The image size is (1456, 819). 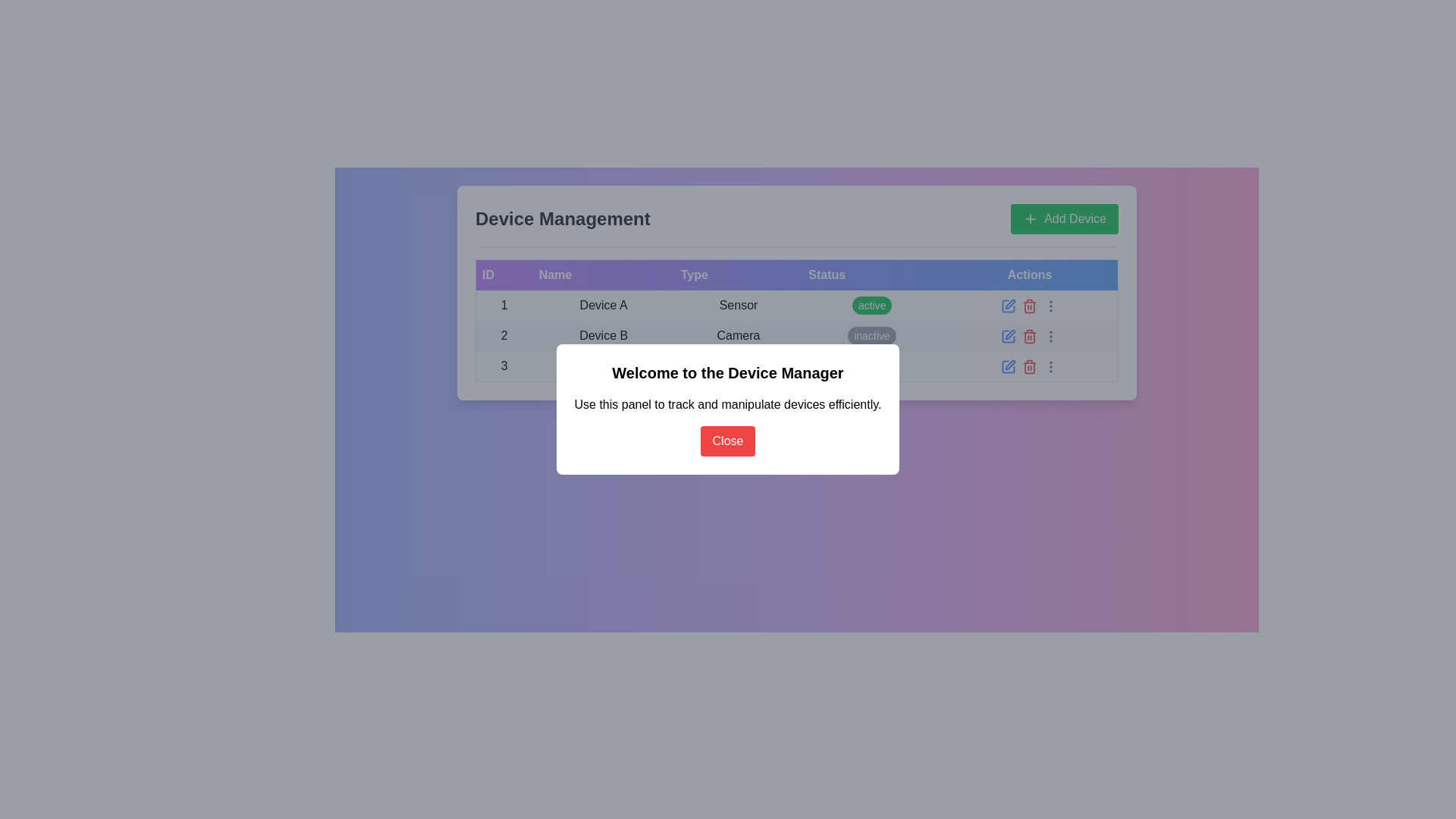 What do you see at coordinates (1030, 275) in the screenshot?
I see `the 'Actions' label in the table header, which is the fifth element in the row, indicating the corresponding column for actionable items` at bounding box center [1030, 275].